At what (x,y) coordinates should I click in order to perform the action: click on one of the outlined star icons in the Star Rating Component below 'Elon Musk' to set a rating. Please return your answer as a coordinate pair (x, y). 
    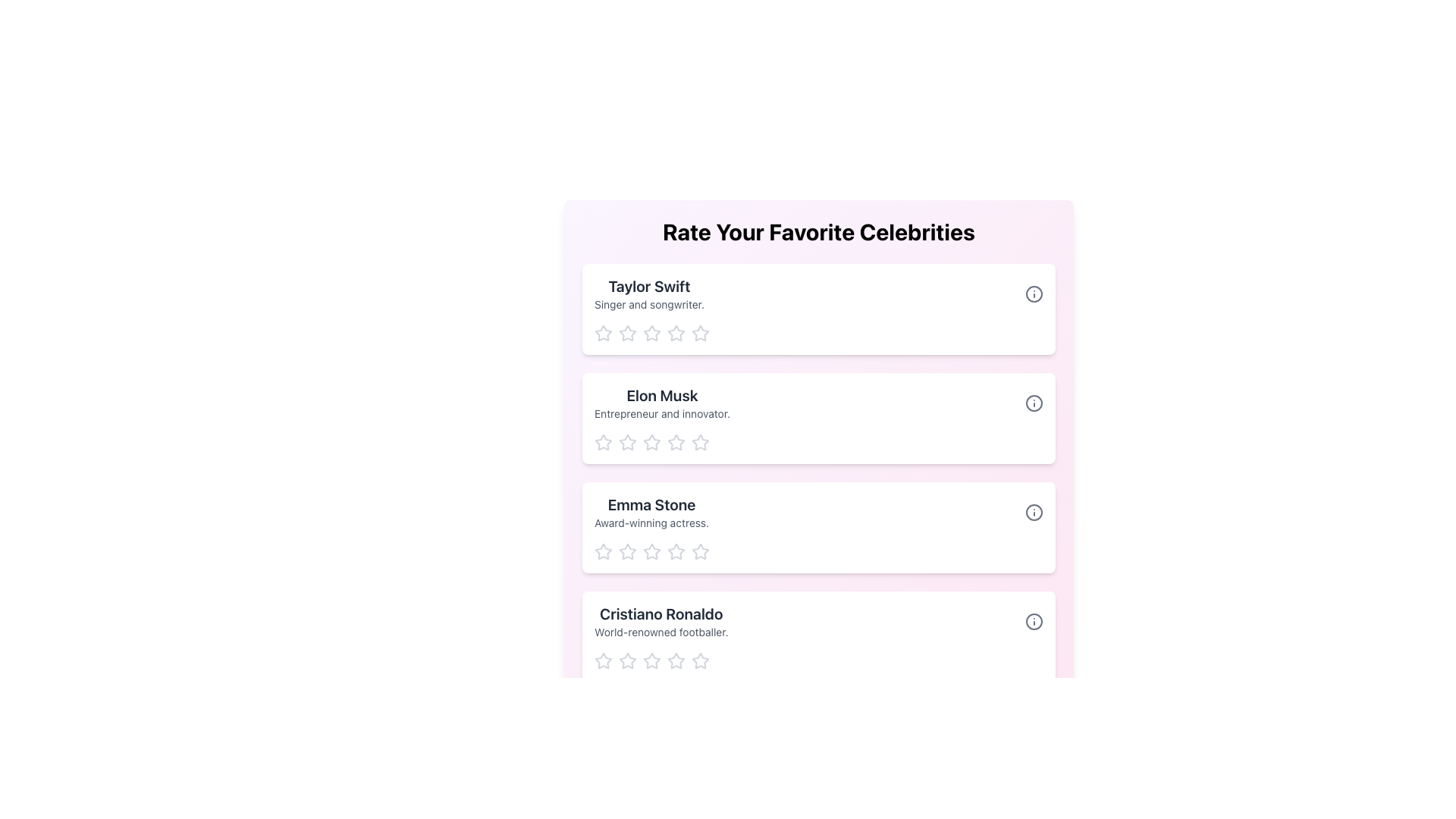
    Looking at the image, I should click on (818, 436).